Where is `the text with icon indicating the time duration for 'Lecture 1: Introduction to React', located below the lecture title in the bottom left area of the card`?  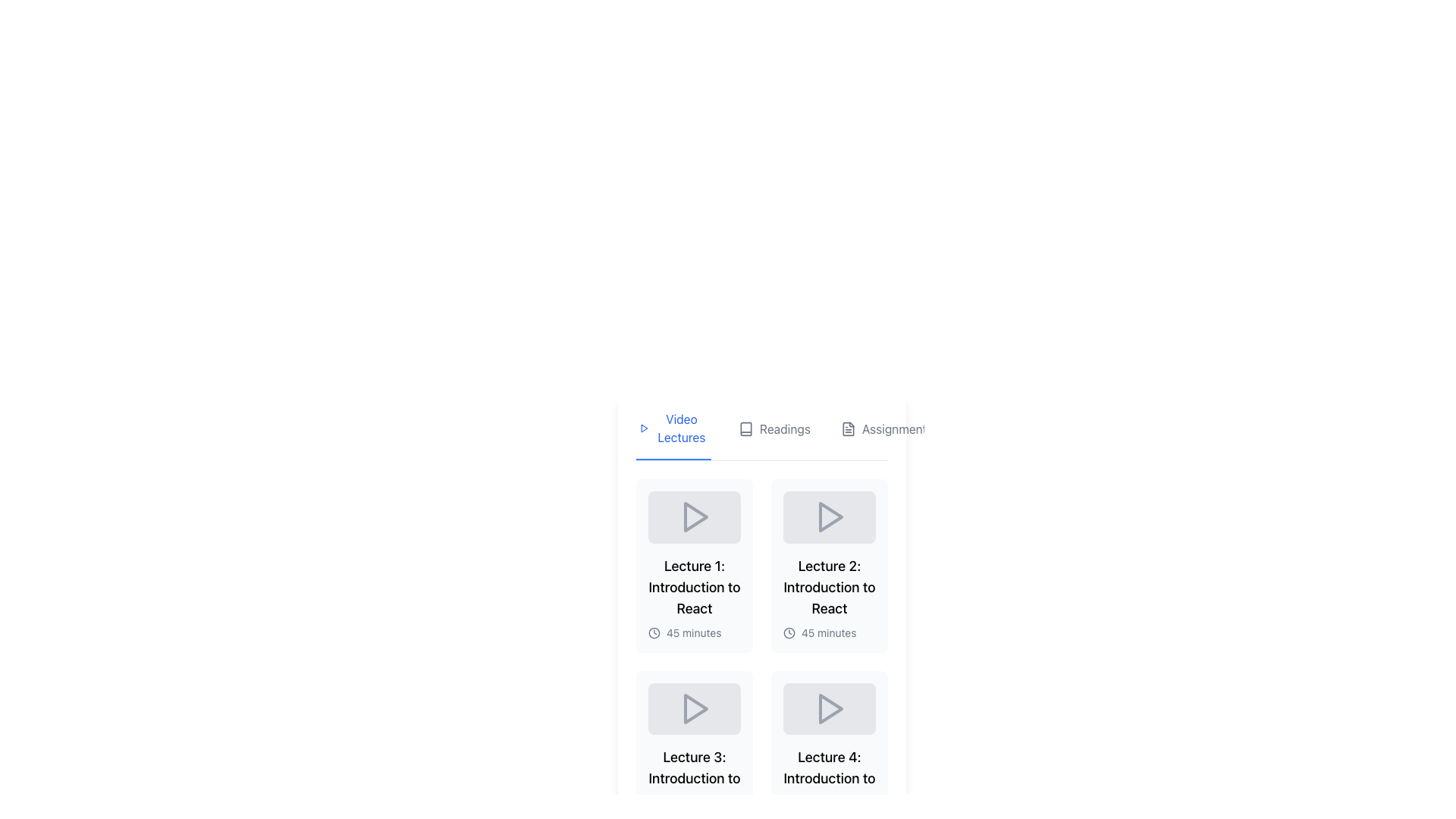 the text with icon indicating the time duration for 'Lecture 1: Introduction to React', located below the lecture title in the bottom left area of the card is located at coordinates (694, 632).